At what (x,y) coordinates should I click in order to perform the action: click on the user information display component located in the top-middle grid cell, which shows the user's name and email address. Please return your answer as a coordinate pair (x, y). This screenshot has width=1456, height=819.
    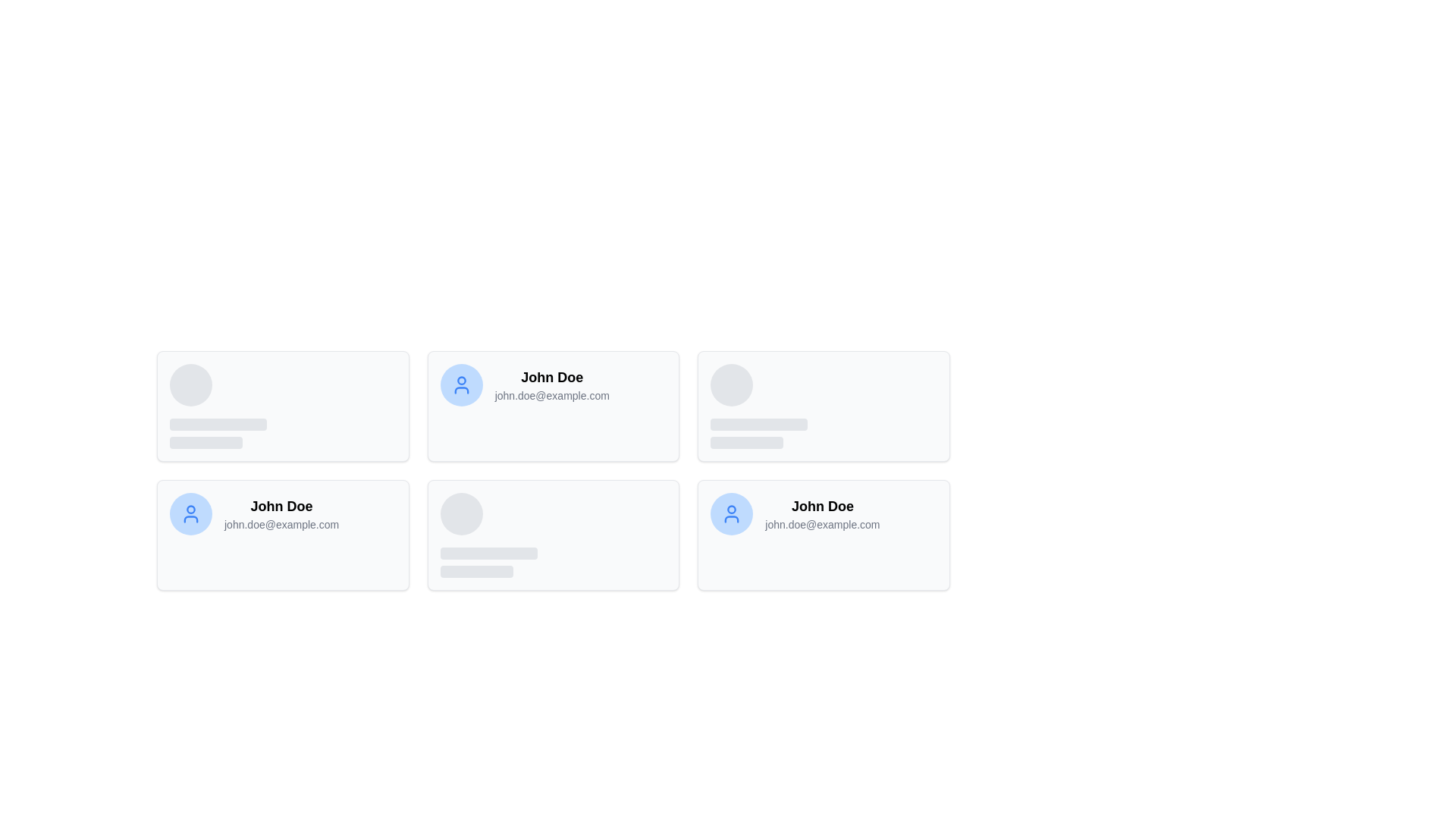
    Looking at the image, I should click on (551, 384).